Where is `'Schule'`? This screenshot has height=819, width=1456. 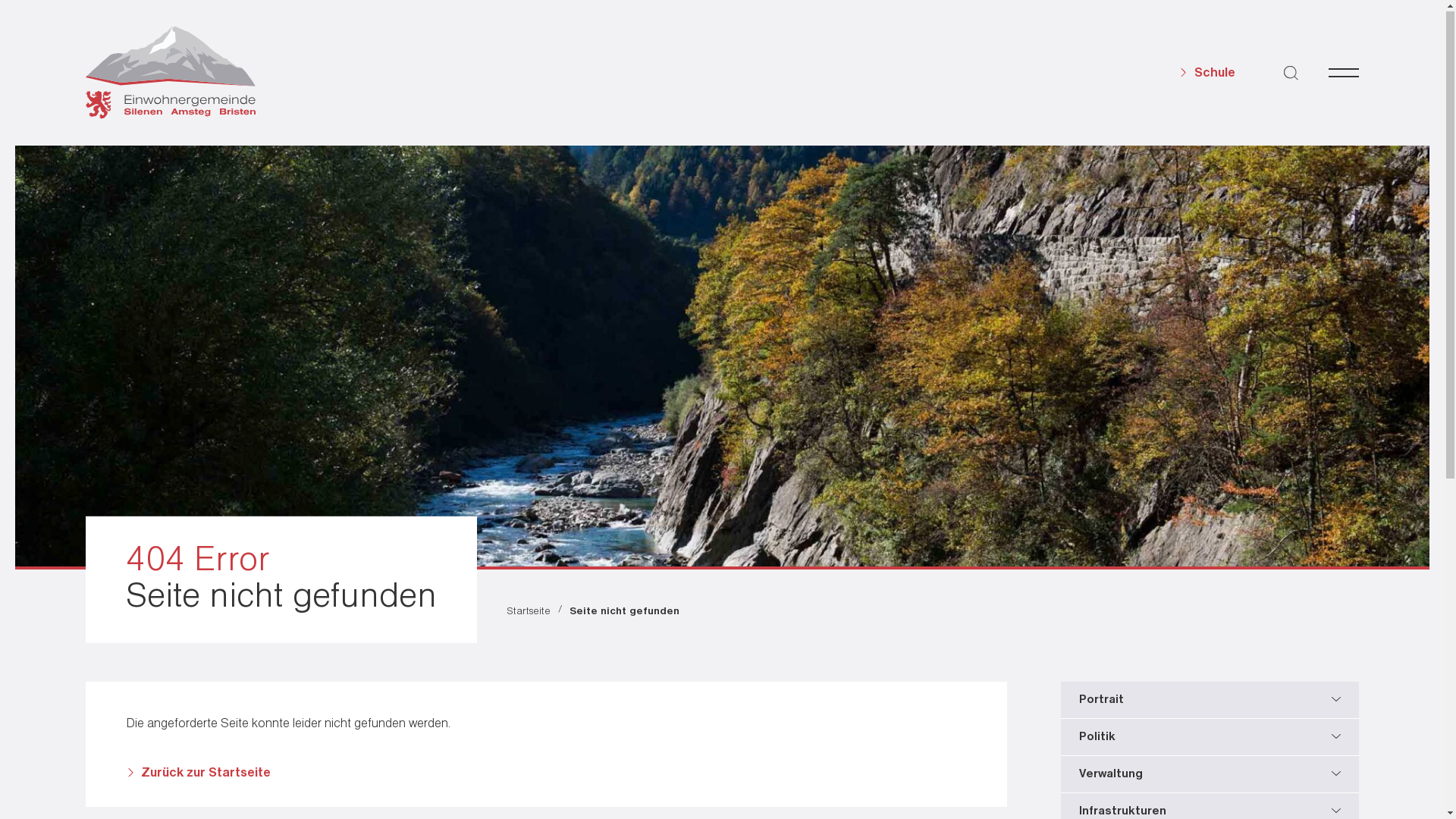 'Schule' is located at coordinates (1207, 74).